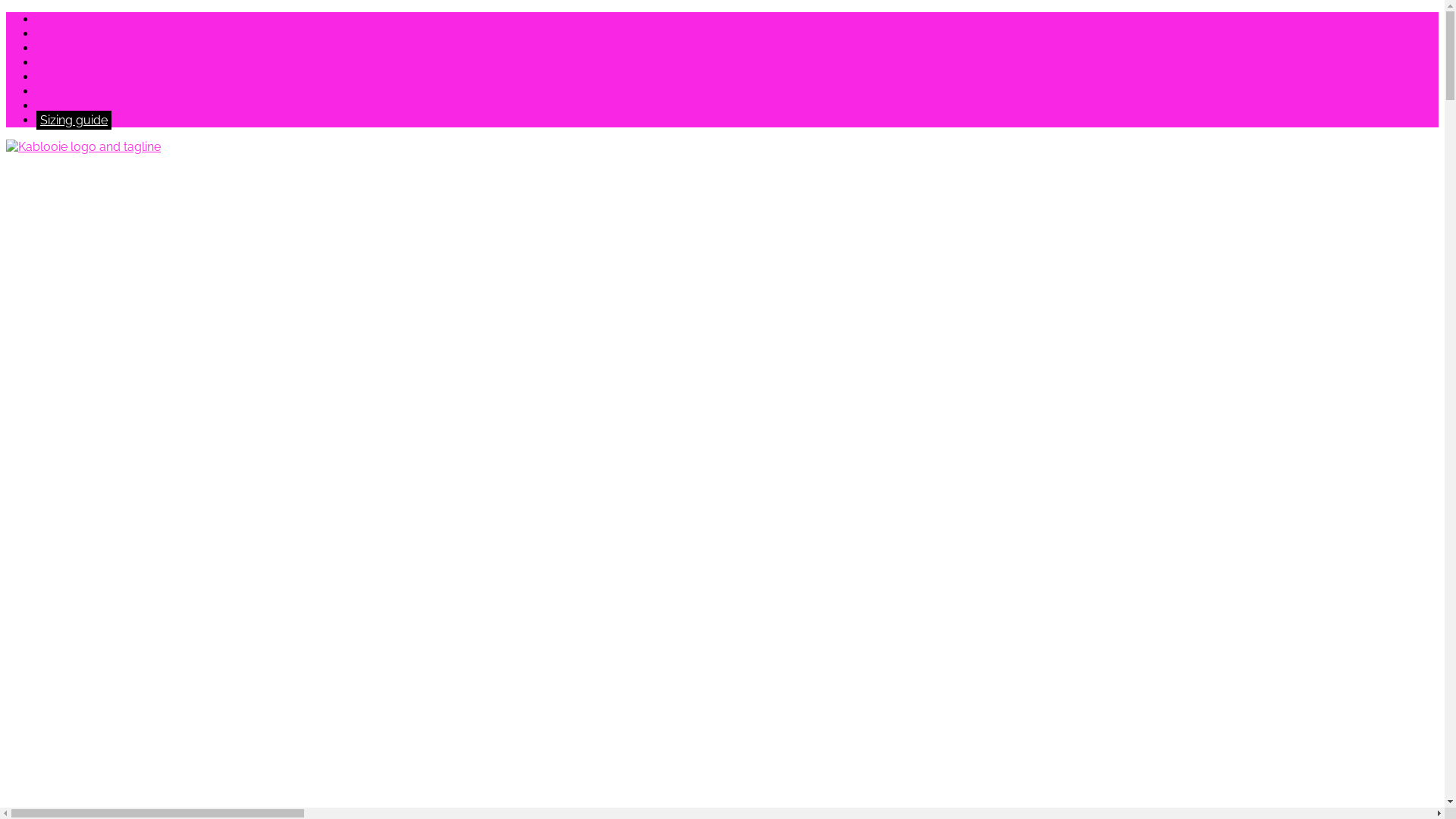  I want to click on 'Rewards Club', so click(75, 91).